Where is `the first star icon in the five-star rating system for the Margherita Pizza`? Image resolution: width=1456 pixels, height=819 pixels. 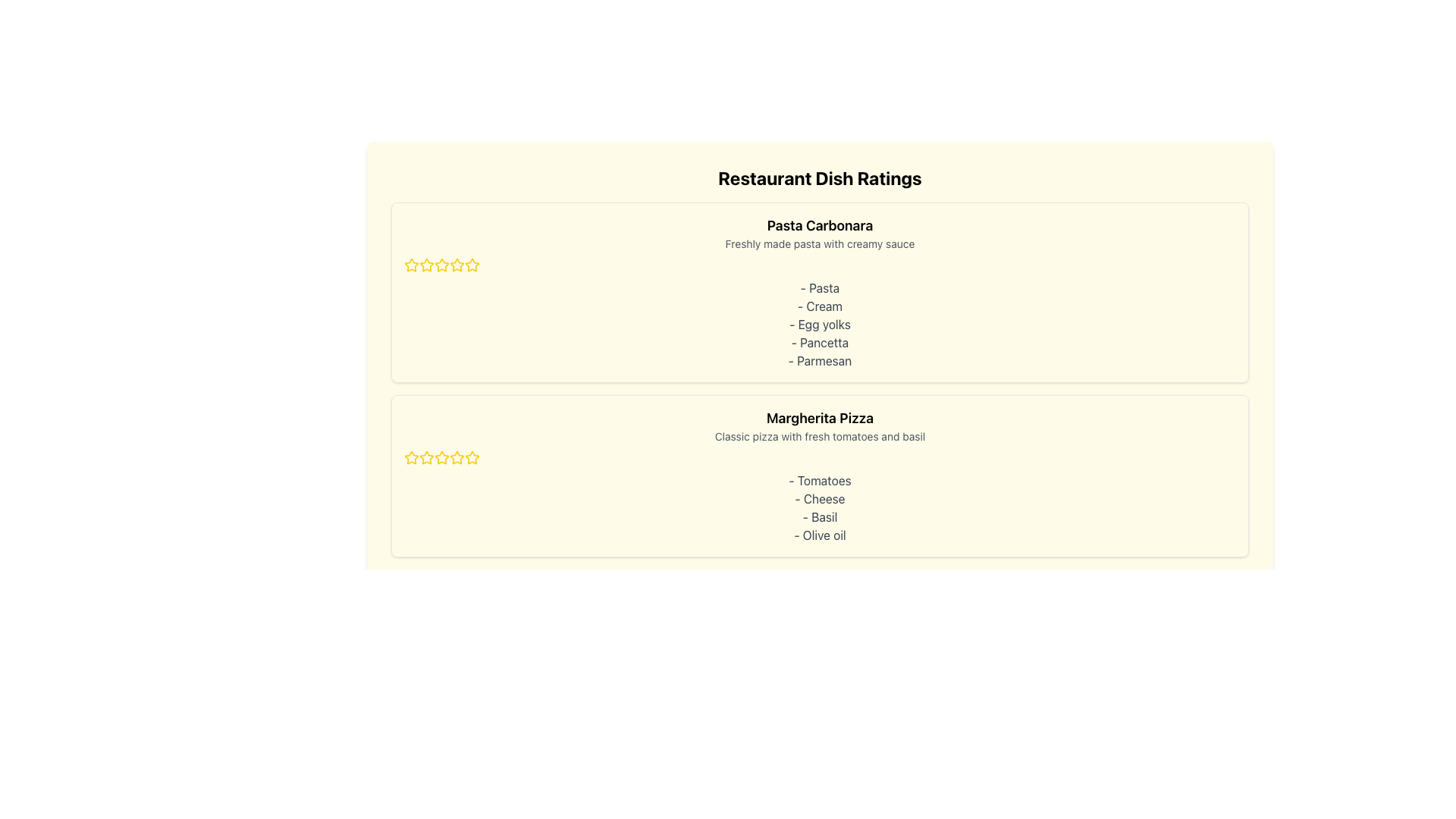 the first star icon in the five-star rating system for the Margherita Pizza is located at coordinates (411, 457).